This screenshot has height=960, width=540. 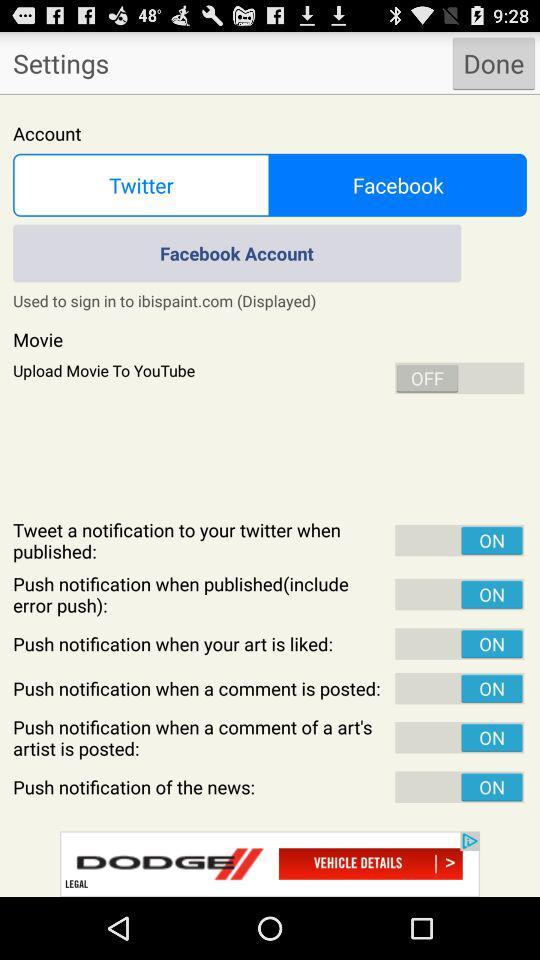 I want to click on description, so click(x=270, y=494).